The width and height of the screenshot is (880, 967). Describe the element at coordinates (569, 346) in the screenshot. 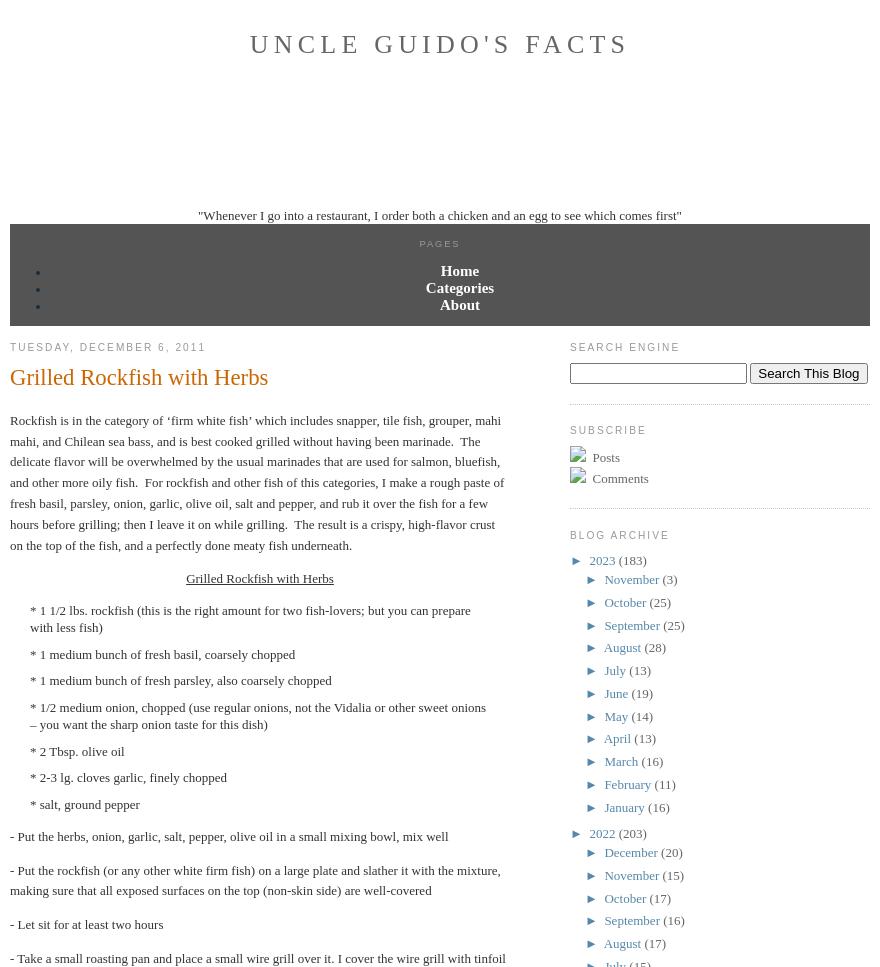

I see `'Search Engine'` at that location.